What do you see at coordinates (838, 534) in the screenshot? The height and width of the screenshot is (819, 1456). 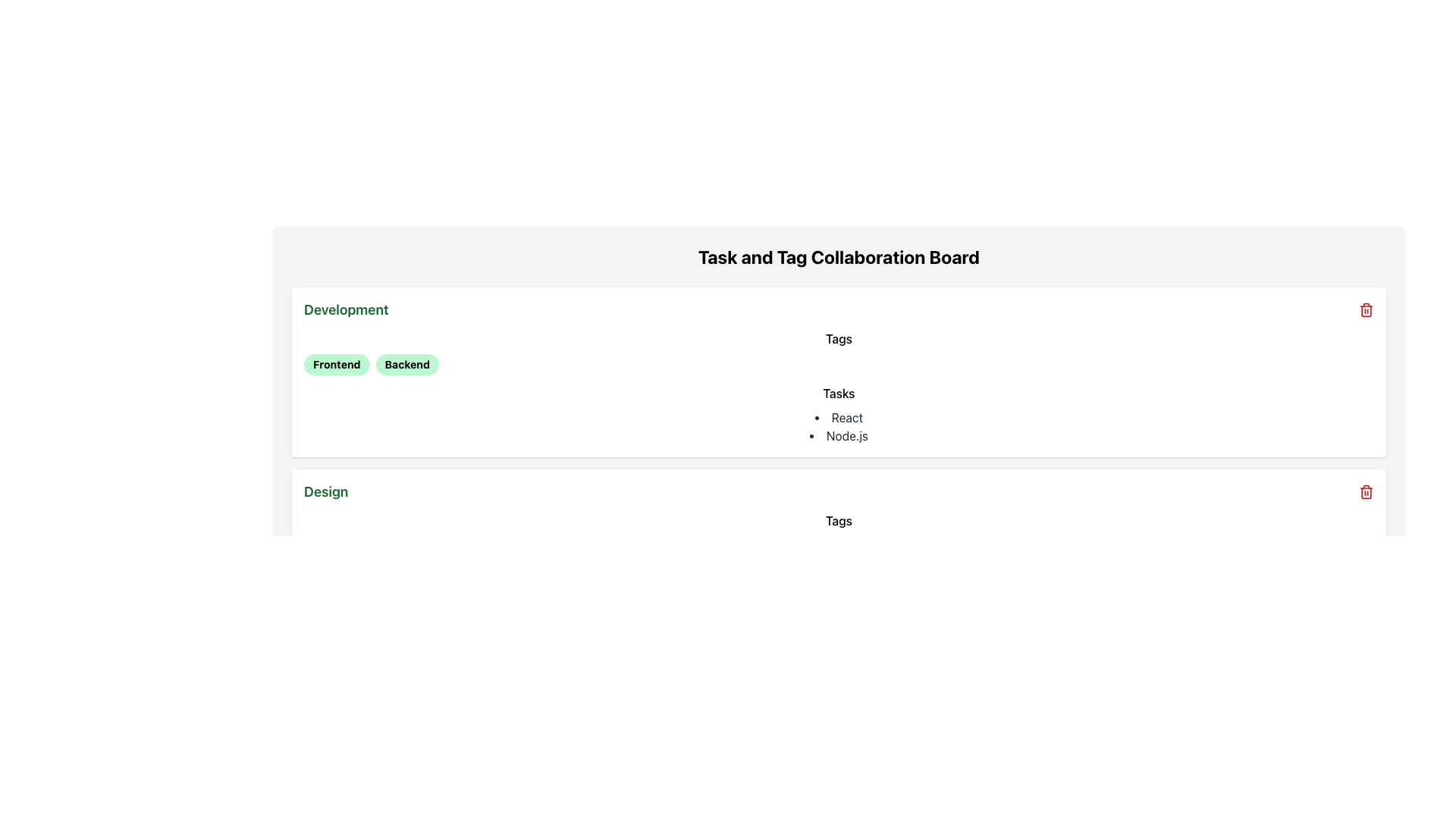 I see `the 'Tags' text label, which is a medium-weight sans-serif font on a white background, located under the 'Tags' heading in the 'Design' section` at bounding box center [838, 534].